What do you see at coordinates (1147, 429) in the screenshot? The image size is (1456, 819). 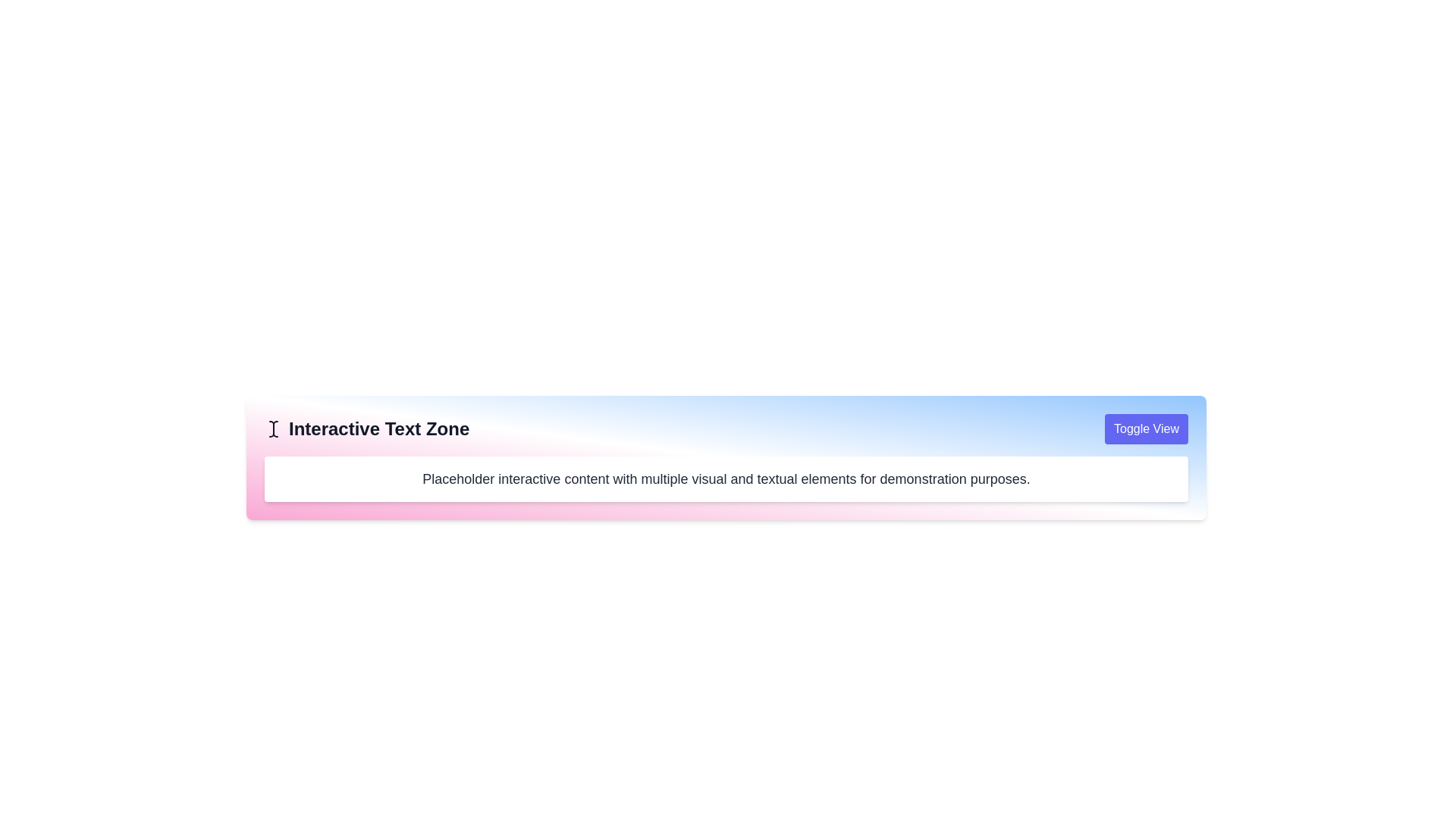 I see `the toggle view button located at the top-right section of the interface to observe the hover effect` at bounding box center [1147, 429].